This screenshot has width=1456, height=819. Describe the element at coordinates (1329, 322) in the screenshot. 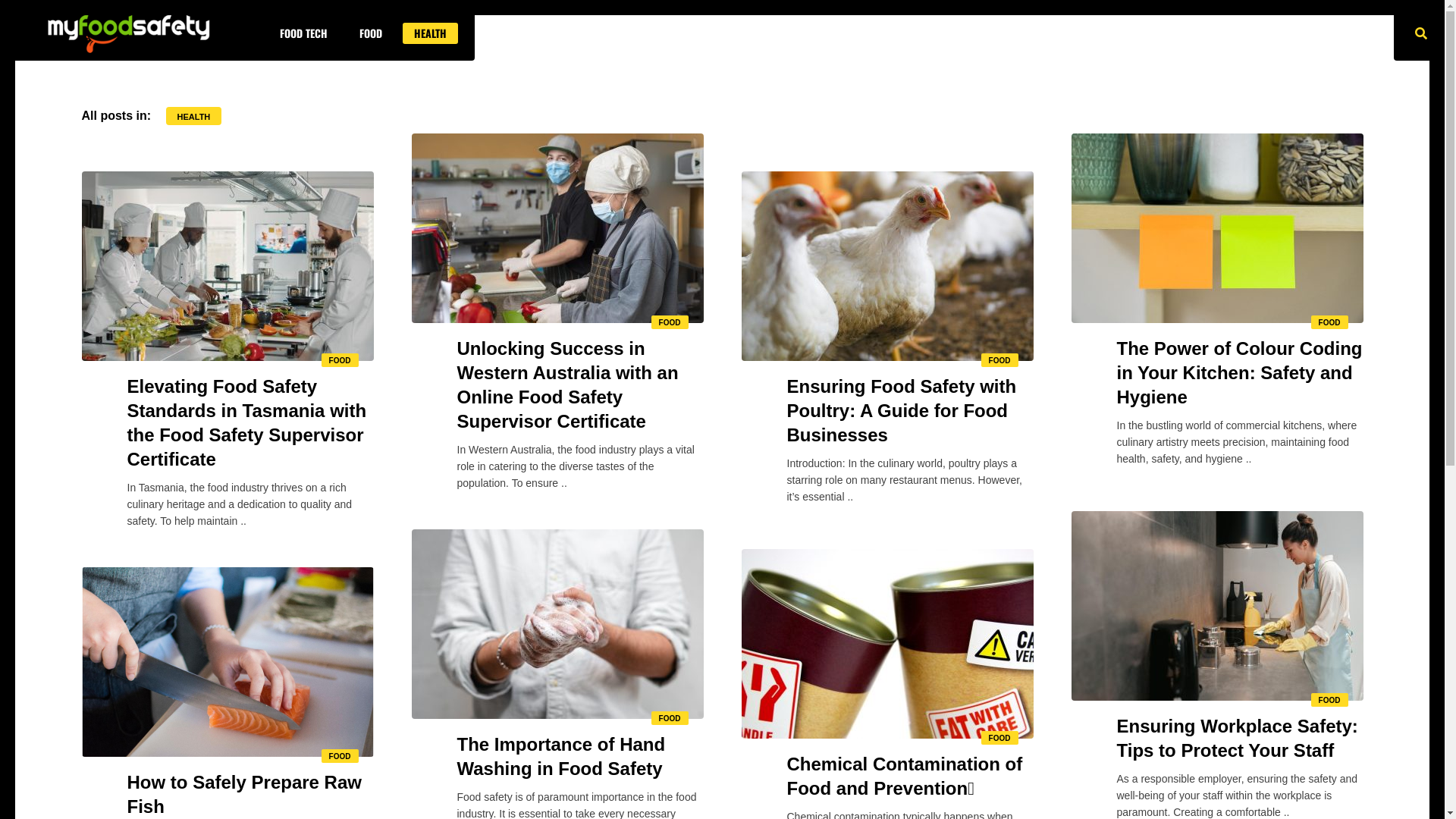

I see `'FOOD'` at that location.